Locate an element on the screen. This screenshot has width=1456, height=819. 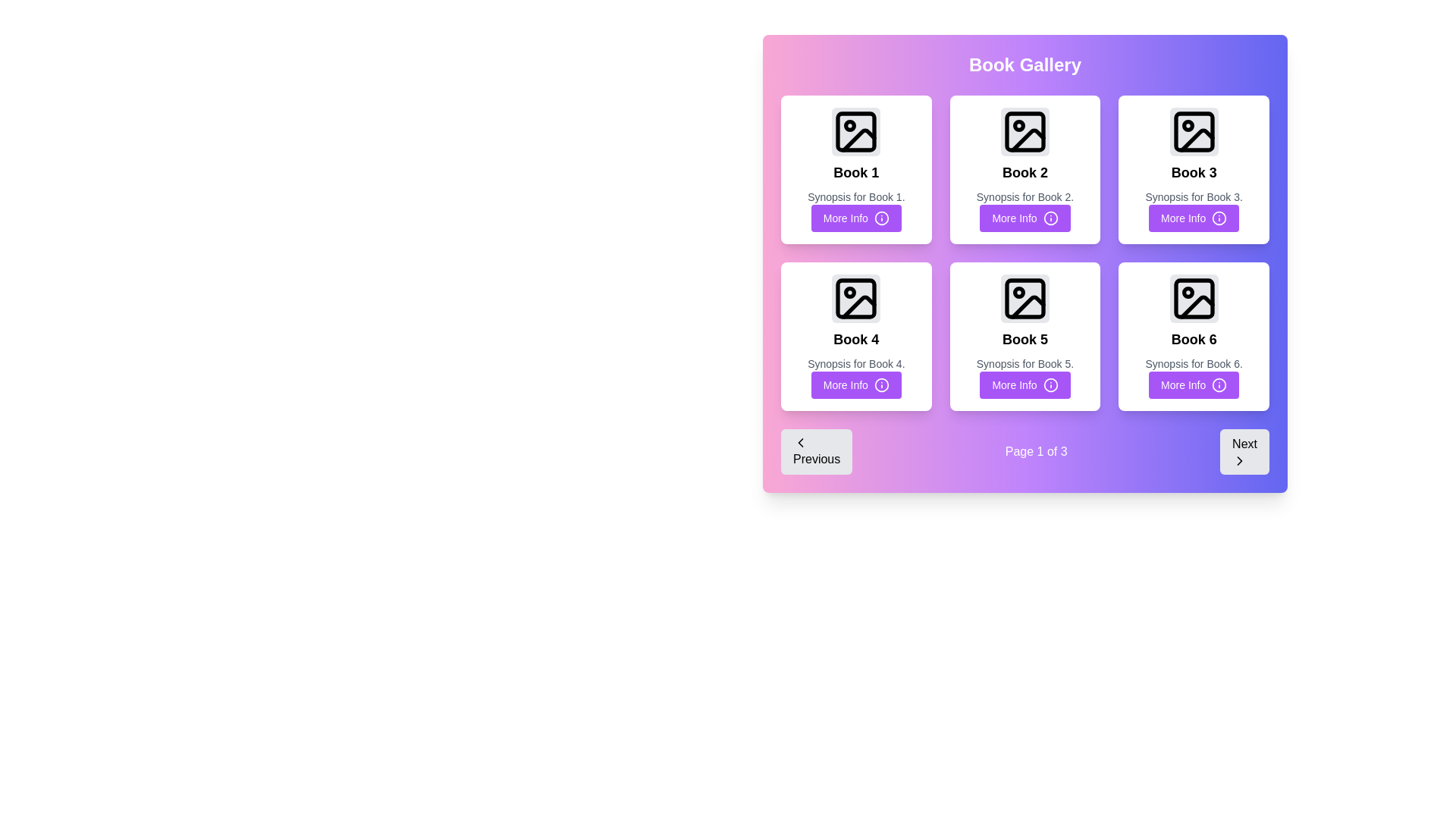
the image placeholder icon with rounded corners located at the center of the 'Book 3' card in the 'Book Gallery' section is located at coordinates (1193, 130).